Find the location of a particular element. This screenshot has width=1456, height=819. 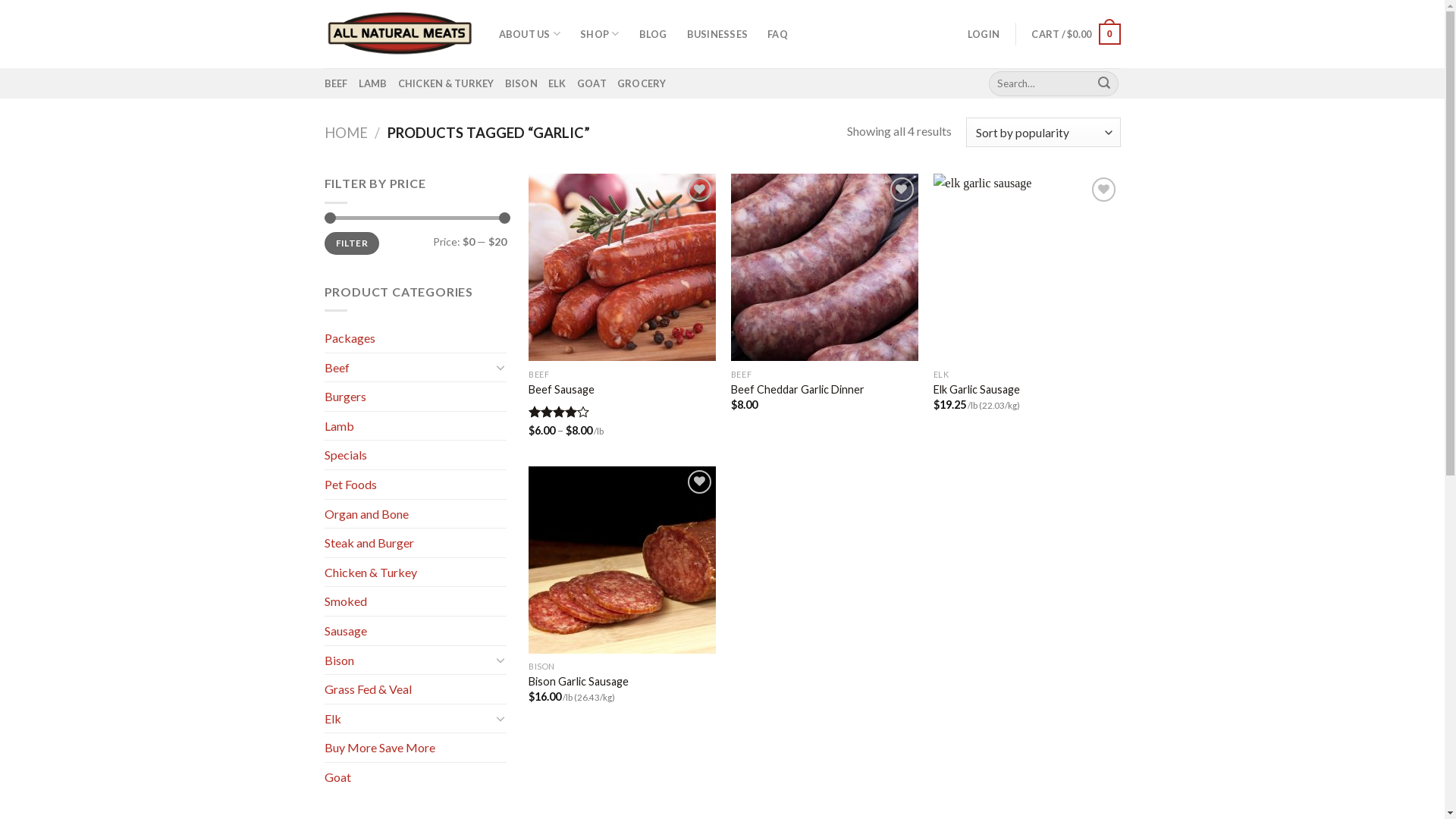

'Packages' is located at coordinates (415, 337).